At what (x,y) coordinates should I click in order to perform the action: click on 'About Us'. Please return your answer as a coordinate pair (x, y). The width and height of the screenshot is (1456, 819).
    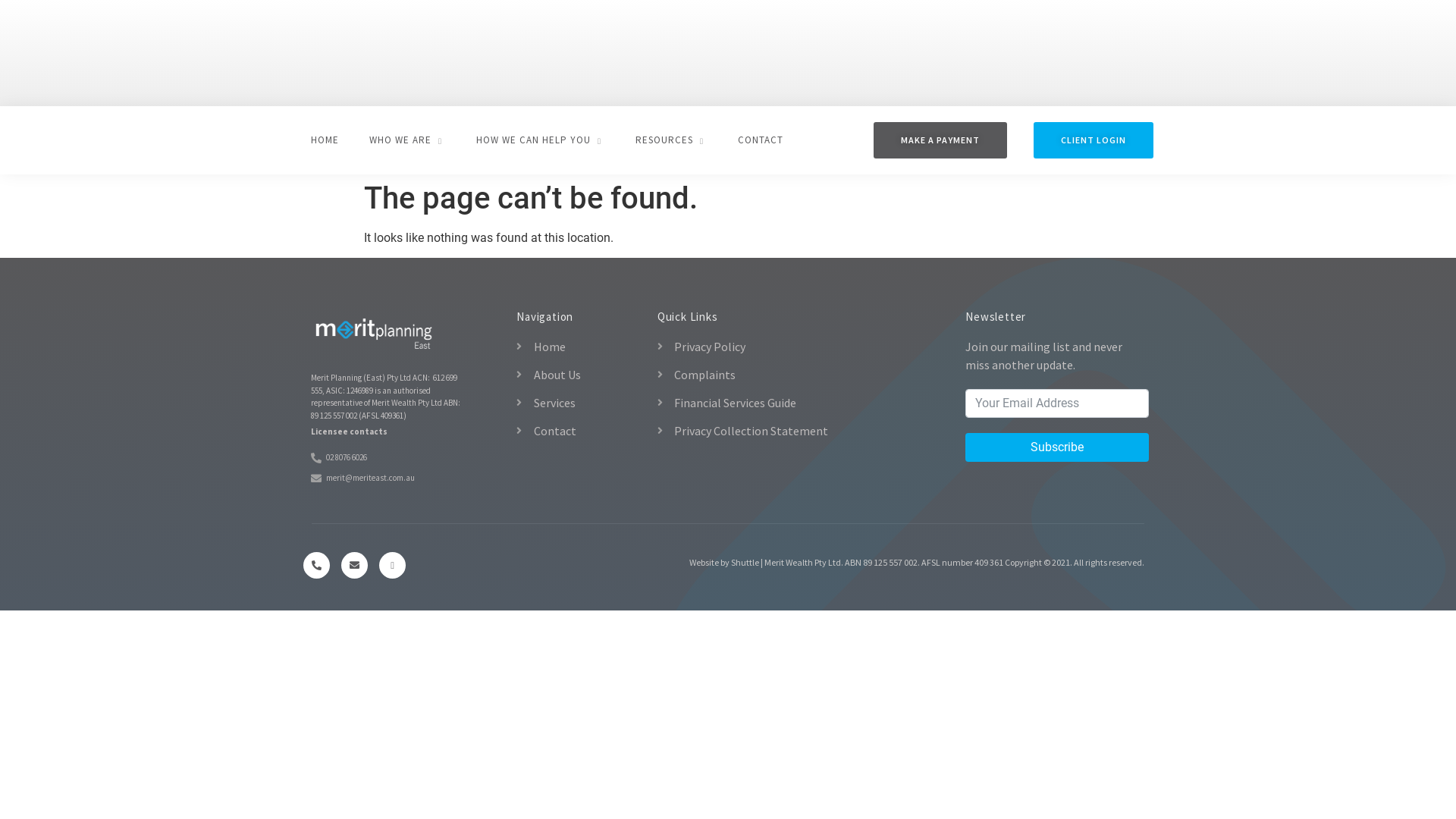
    Looking at the image, I should click on (578, 374).